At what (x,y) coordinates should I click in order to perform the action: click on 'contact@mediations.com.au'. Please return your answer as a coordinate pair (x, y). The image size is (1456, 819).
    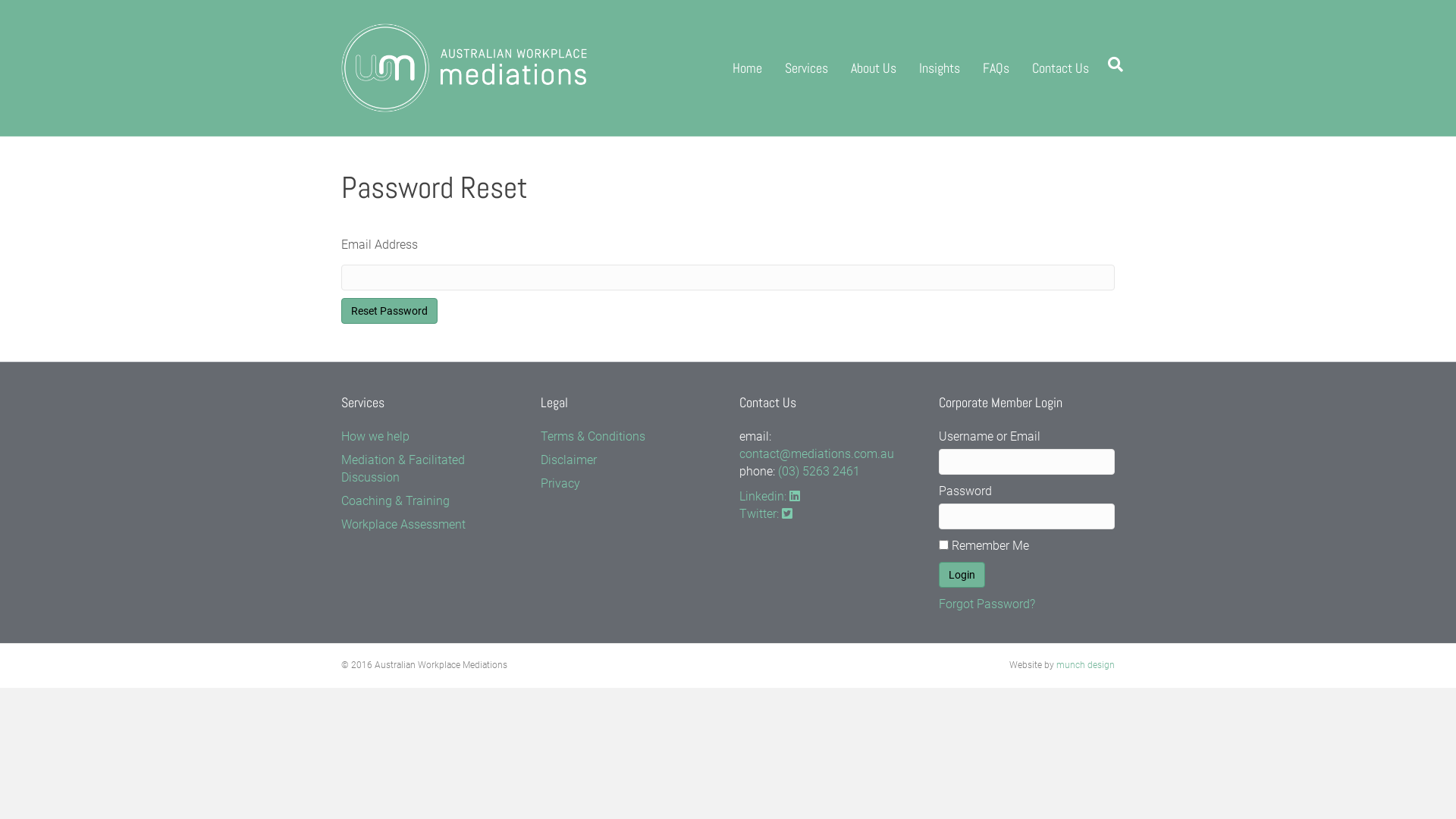
    Looking at the image, I should click on (815, 453).